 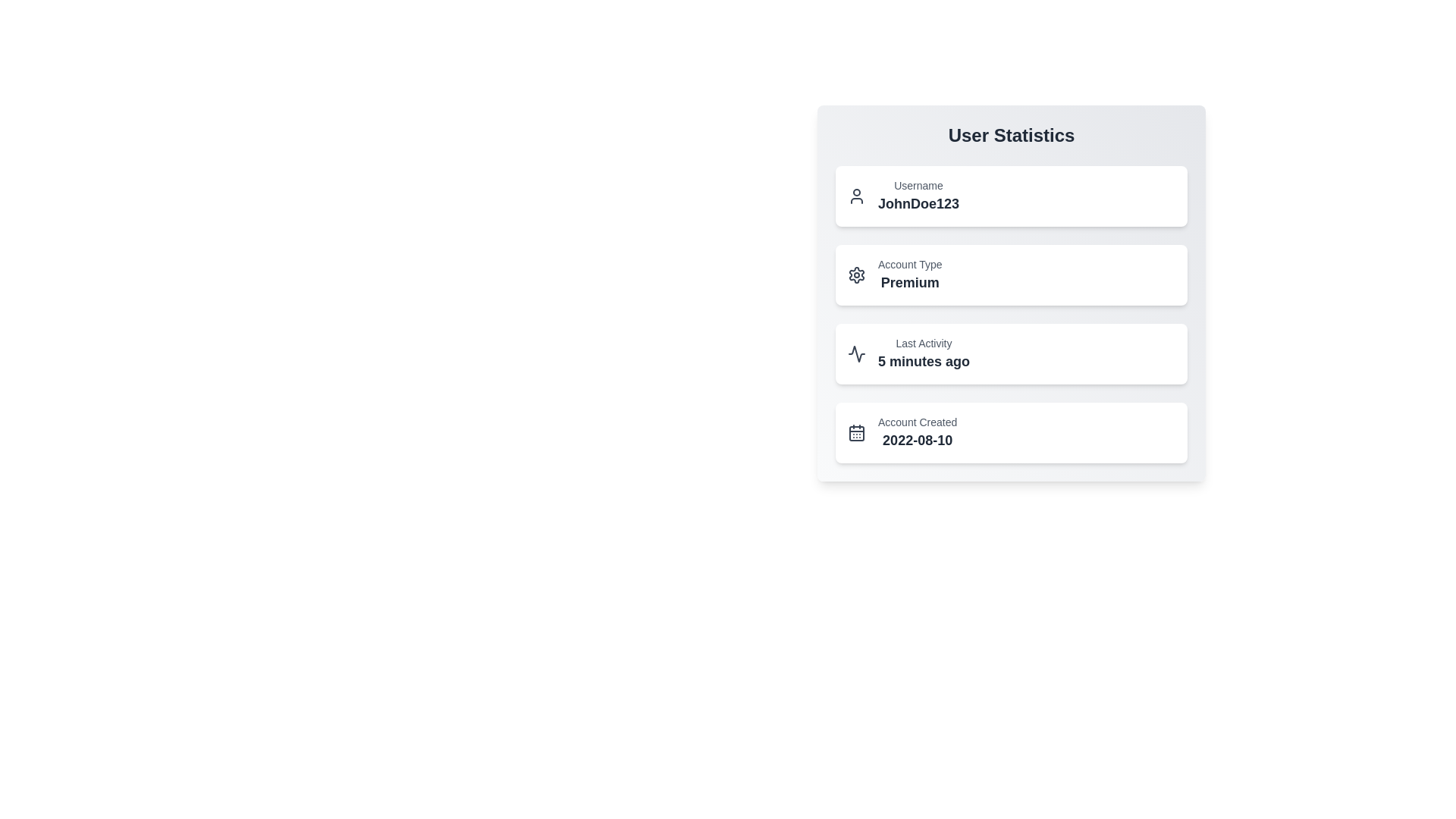 I want to click on the informational text display that shows the user's last recorded activity time, located in the third row of the user statistics panel, between 'Account Type' and 'Account Created', so click(x=923, y=353).